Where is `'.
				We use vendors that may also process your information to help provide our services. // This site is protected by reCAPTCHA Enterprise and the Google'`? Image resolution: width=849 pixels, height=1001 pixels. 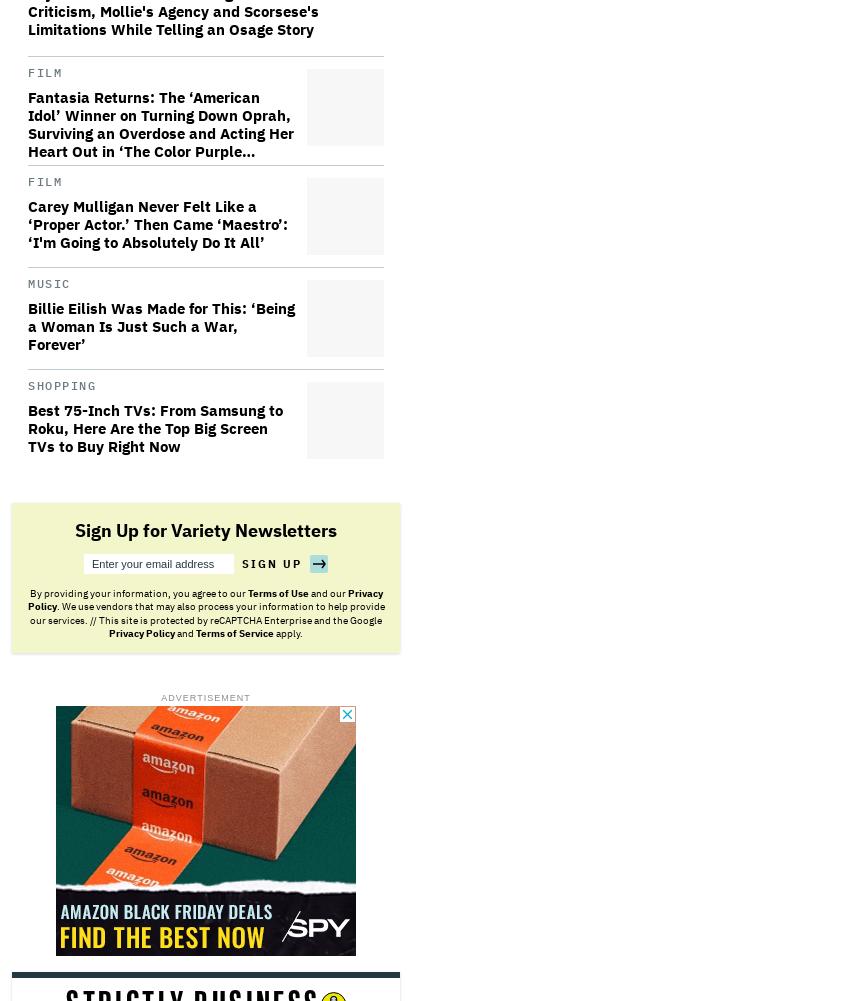
'.
				We use vendors that may also process your information to help provide our services. // This site is protected by reCAPTCHA Enterprise and the Google' is located at coordinates (205, 613).